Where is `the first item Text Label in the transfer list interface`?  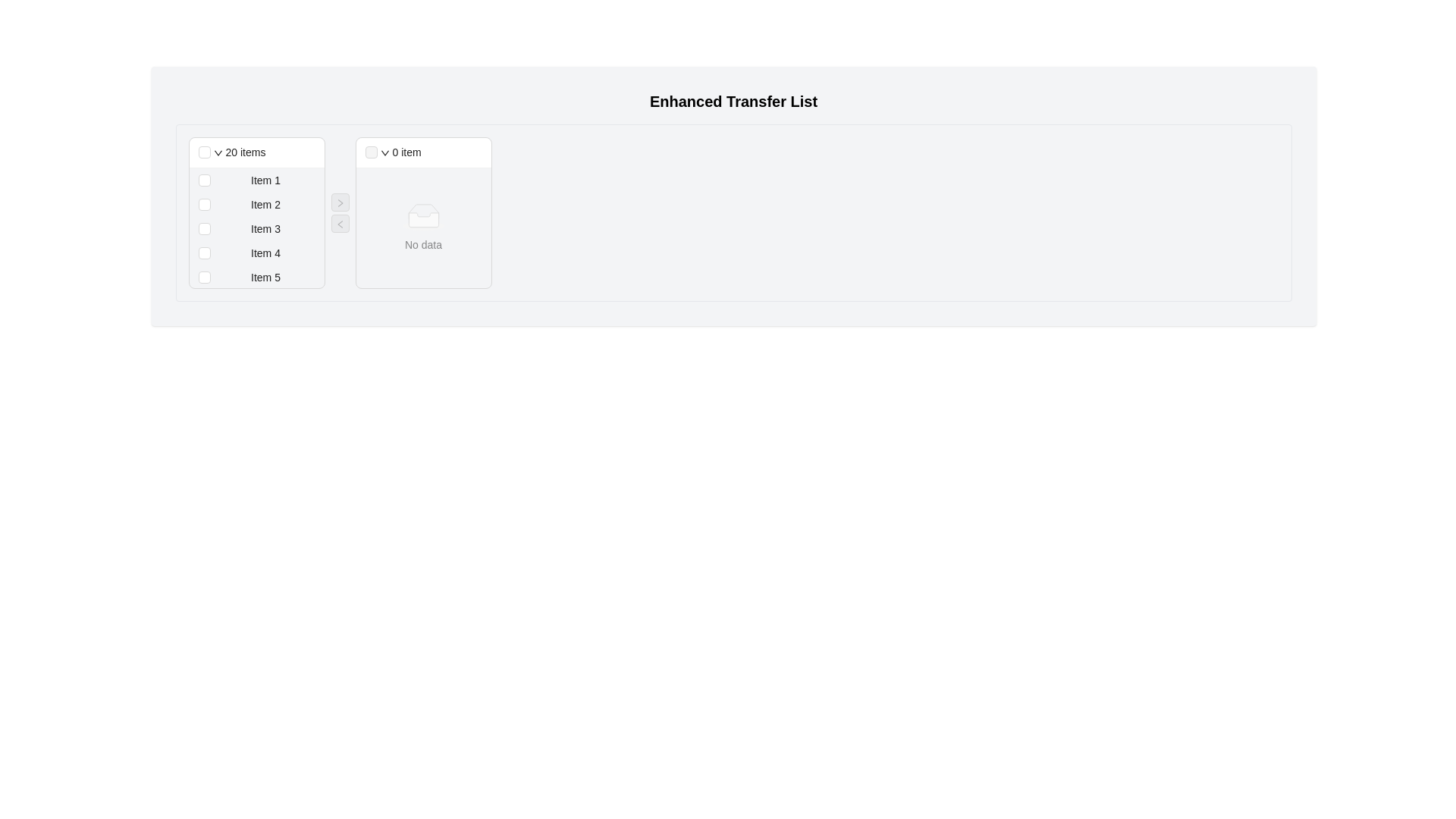 the first item Text Label in the transfer list interface is located at coordinates (265, 180).